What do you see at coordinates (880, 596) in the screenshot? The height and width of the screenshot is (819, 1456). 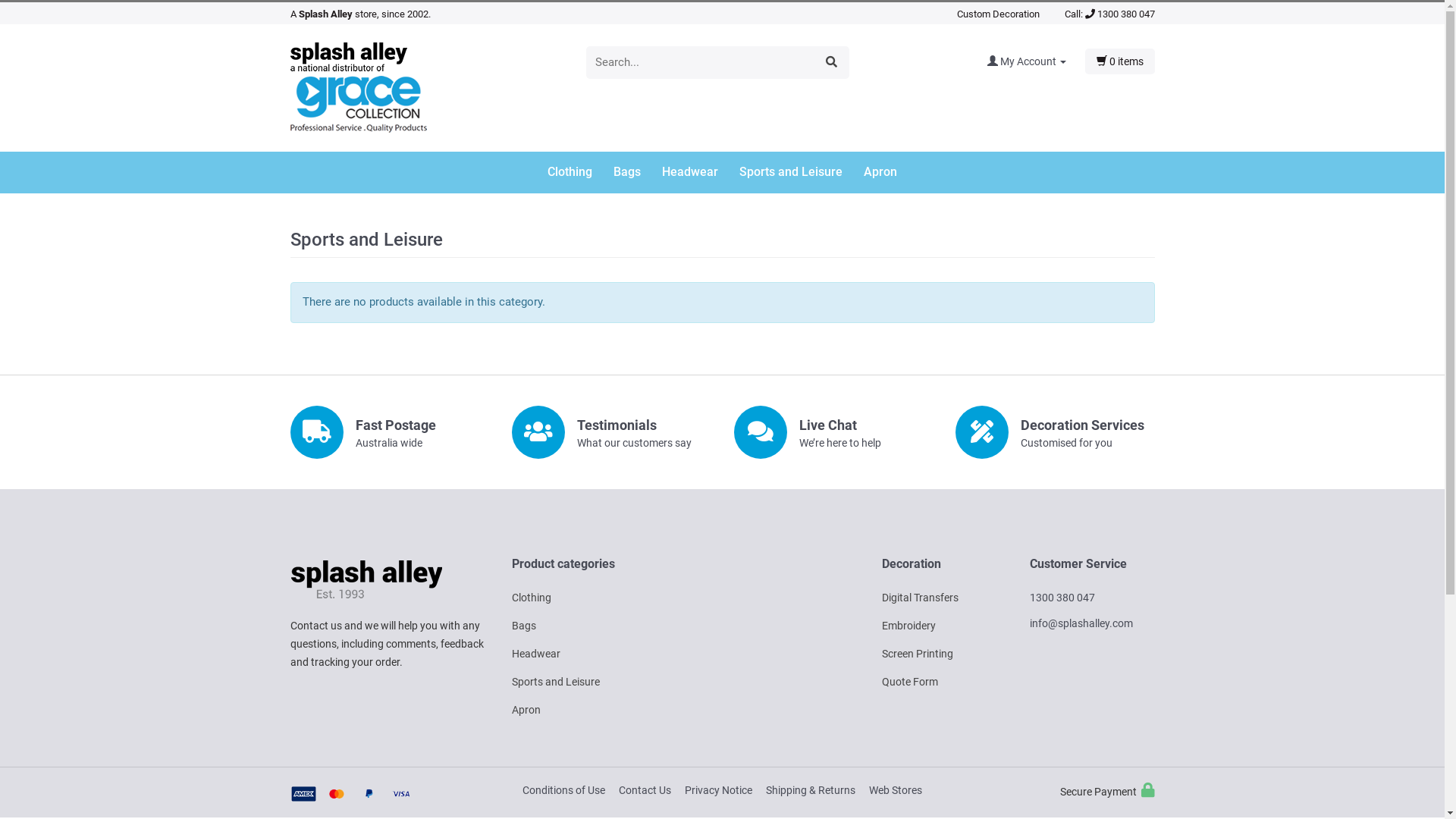 I see `'Digital Transfers'` at bounding box center [880, 596].